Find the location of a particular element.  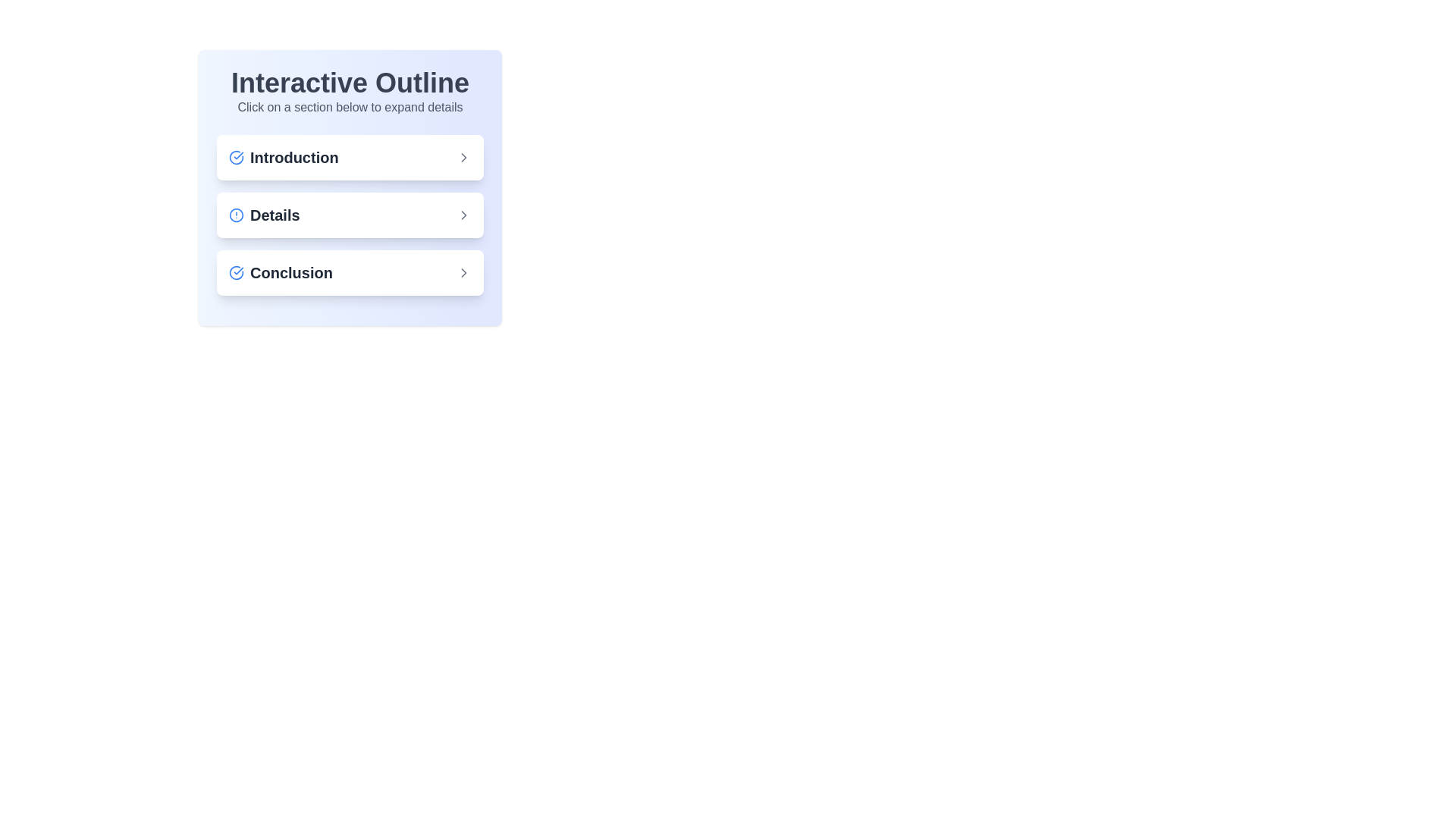

the 'Conclusion' menu item, which is the third item in the 'Interactive Outline' list is located at coordinates (281, 271).